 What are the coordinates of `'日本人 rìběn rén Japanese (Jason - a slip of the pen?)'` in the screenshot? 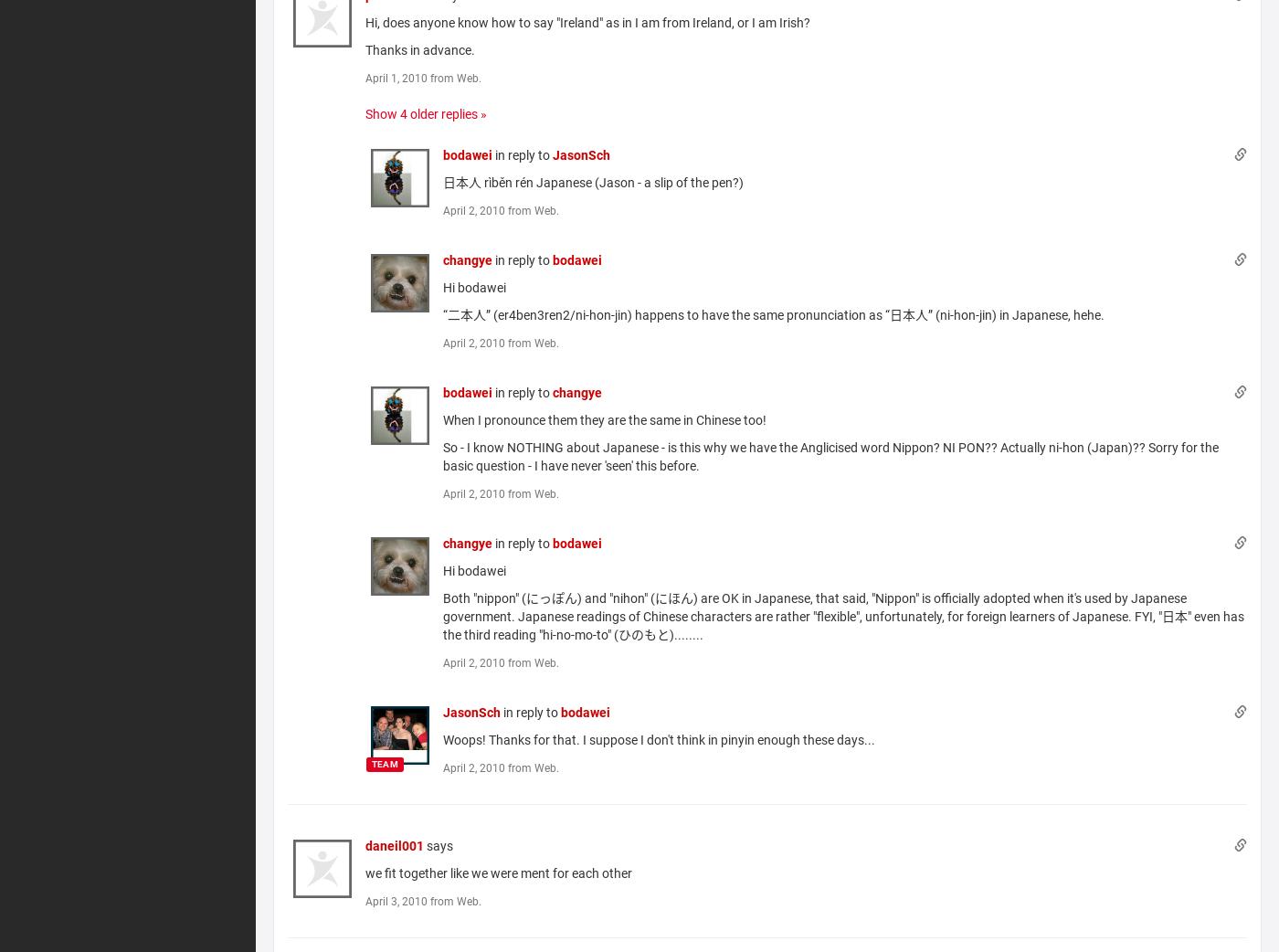 It's located at (593, 181).